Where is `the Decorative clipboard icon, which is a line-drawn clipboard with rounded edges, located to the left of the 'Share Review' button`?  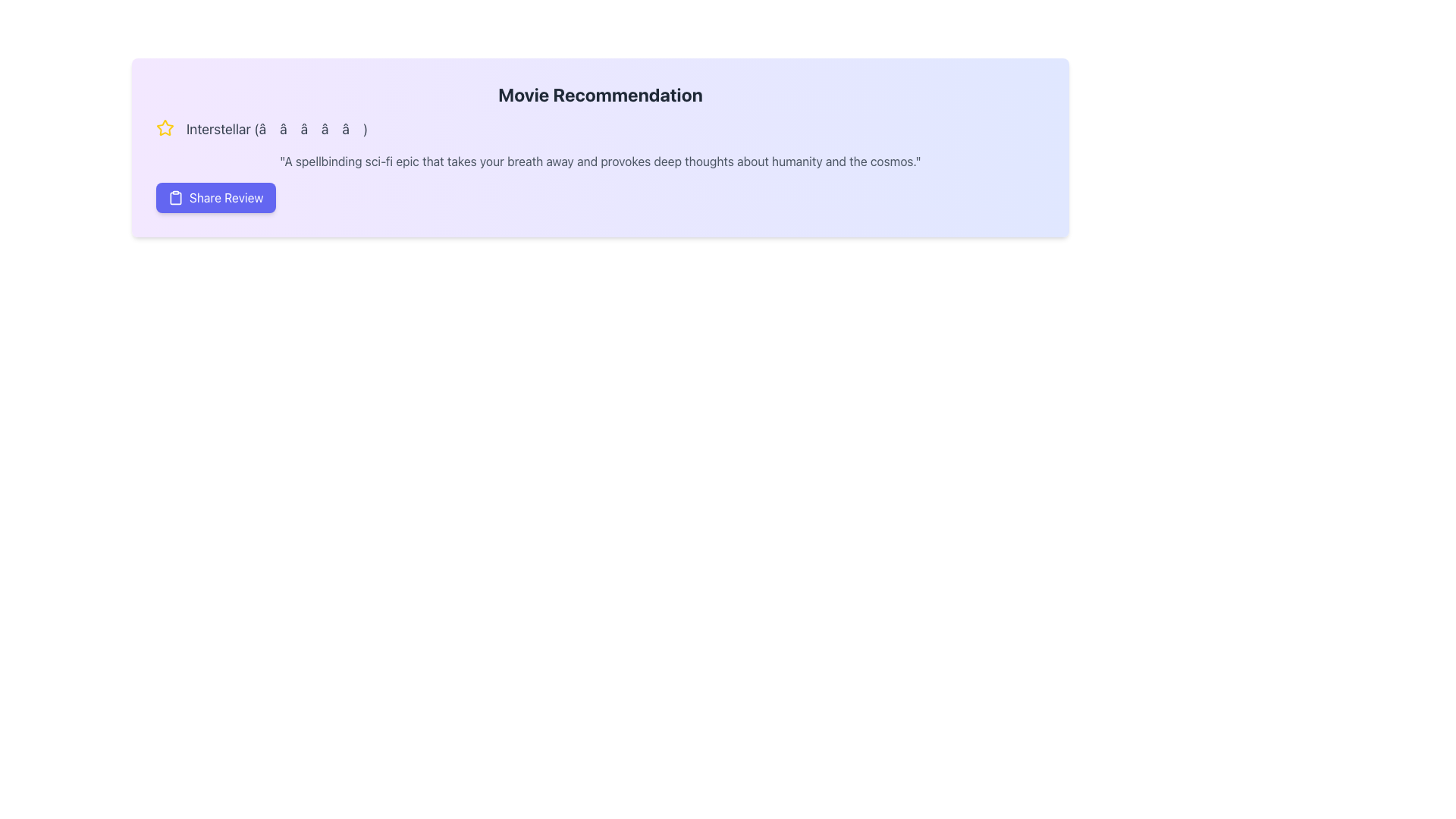 the Decorative clipboard icon, which is a line-drawn clipboard with rounded edges, located to the left of the 'Share Review' button is located at coordinates (175, 197).